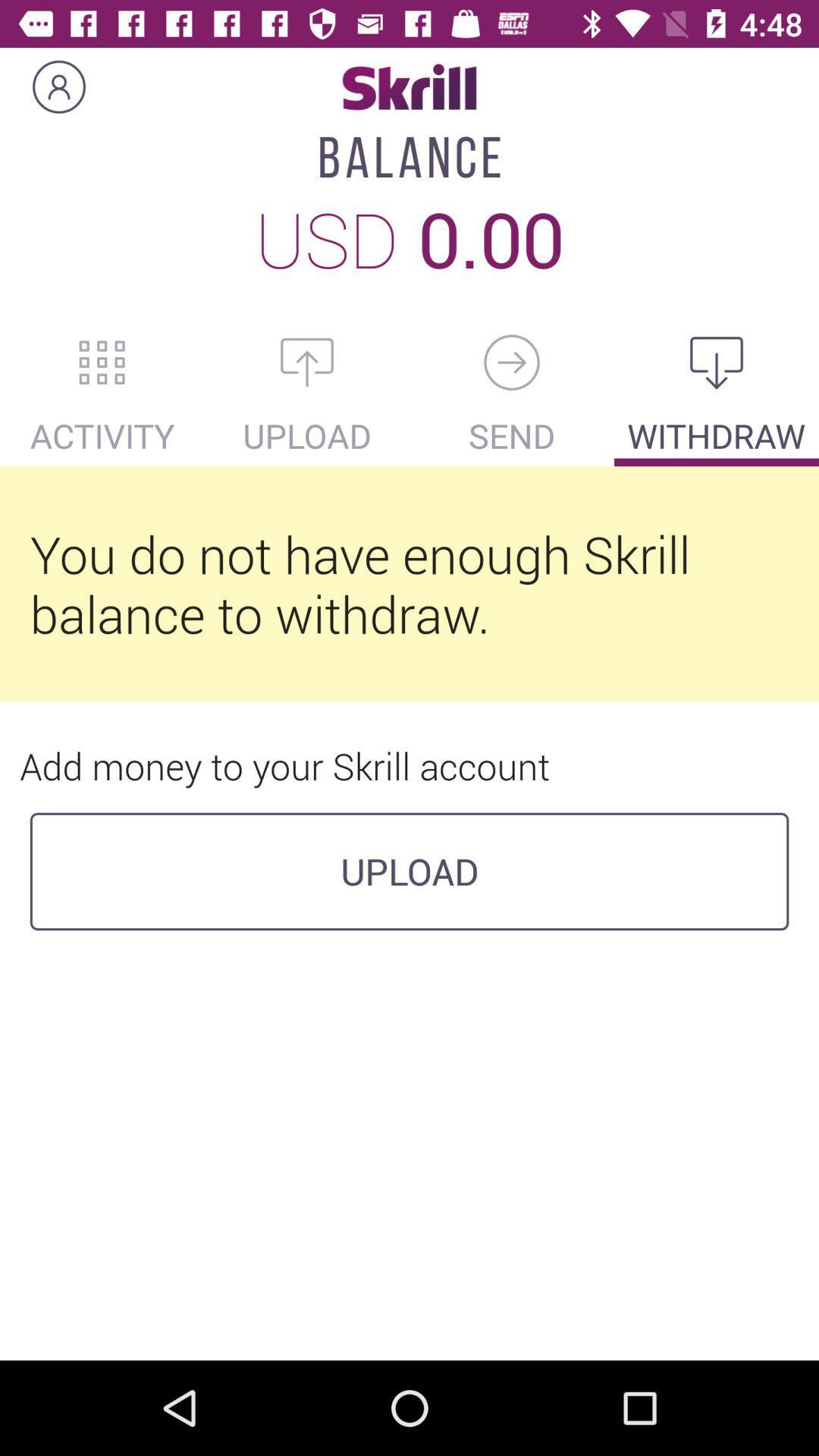 This screenshot has height=1456, width=819. What do you see at coordinates (512, 362) in the screenshot?
I see `go back` at bounding box center [512, 362].